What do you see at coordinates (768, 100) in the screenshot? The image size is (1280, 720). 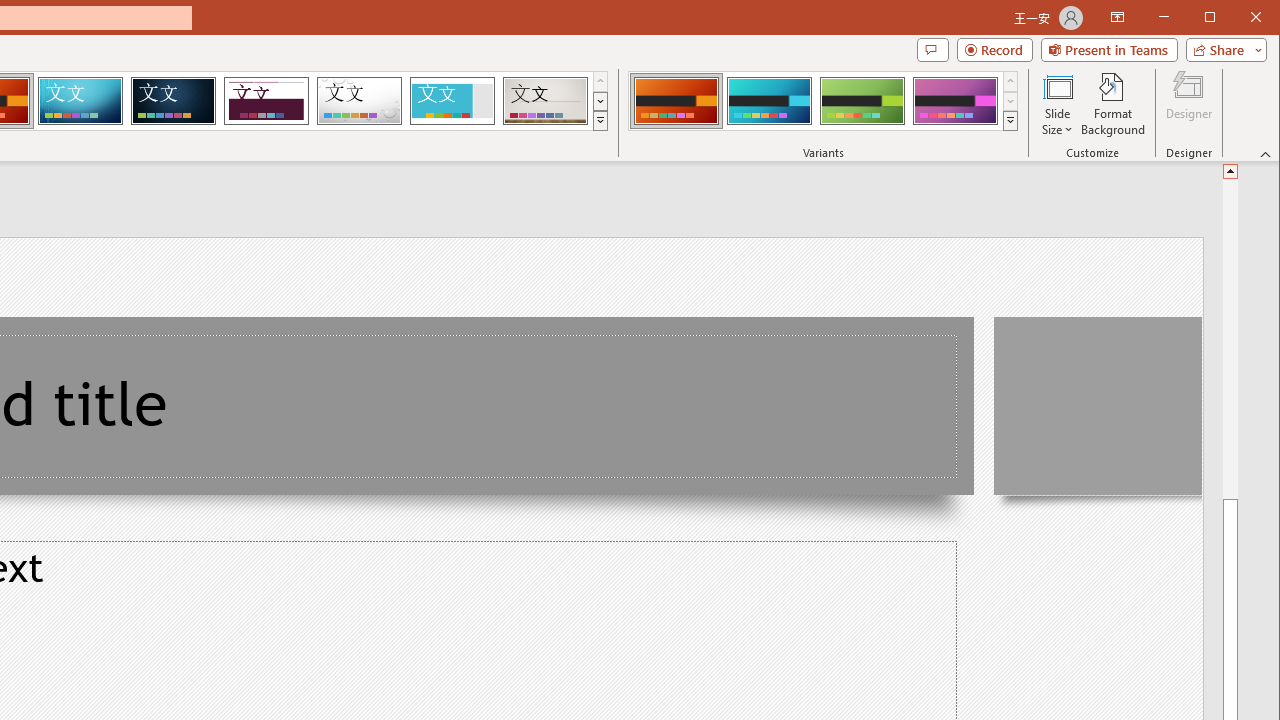 I see `'Berlin Variant 2'` at bounding box center [768, 100].